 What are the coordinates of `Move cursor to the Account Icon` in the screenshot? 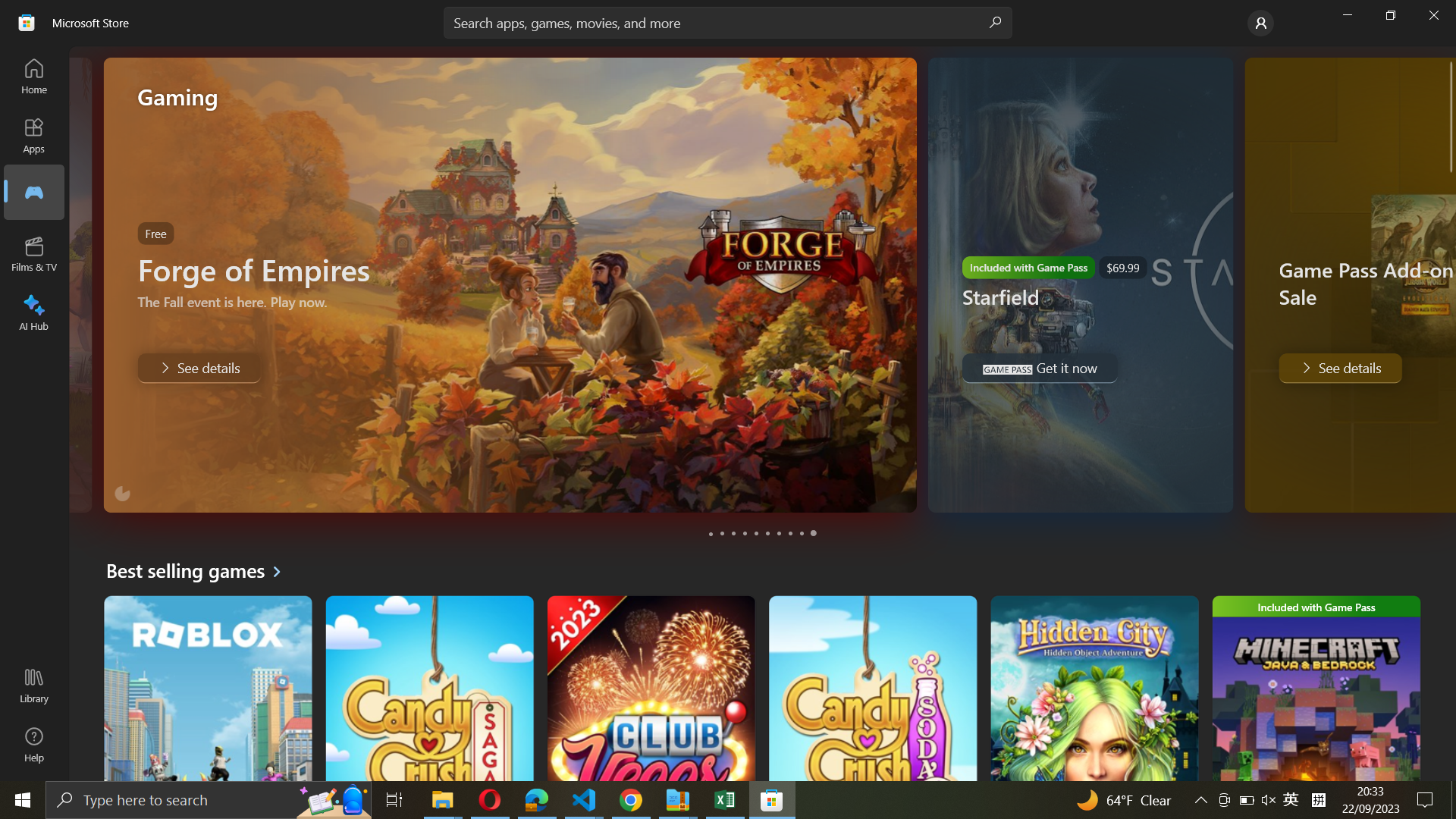 It's located at (2418416, 24570).